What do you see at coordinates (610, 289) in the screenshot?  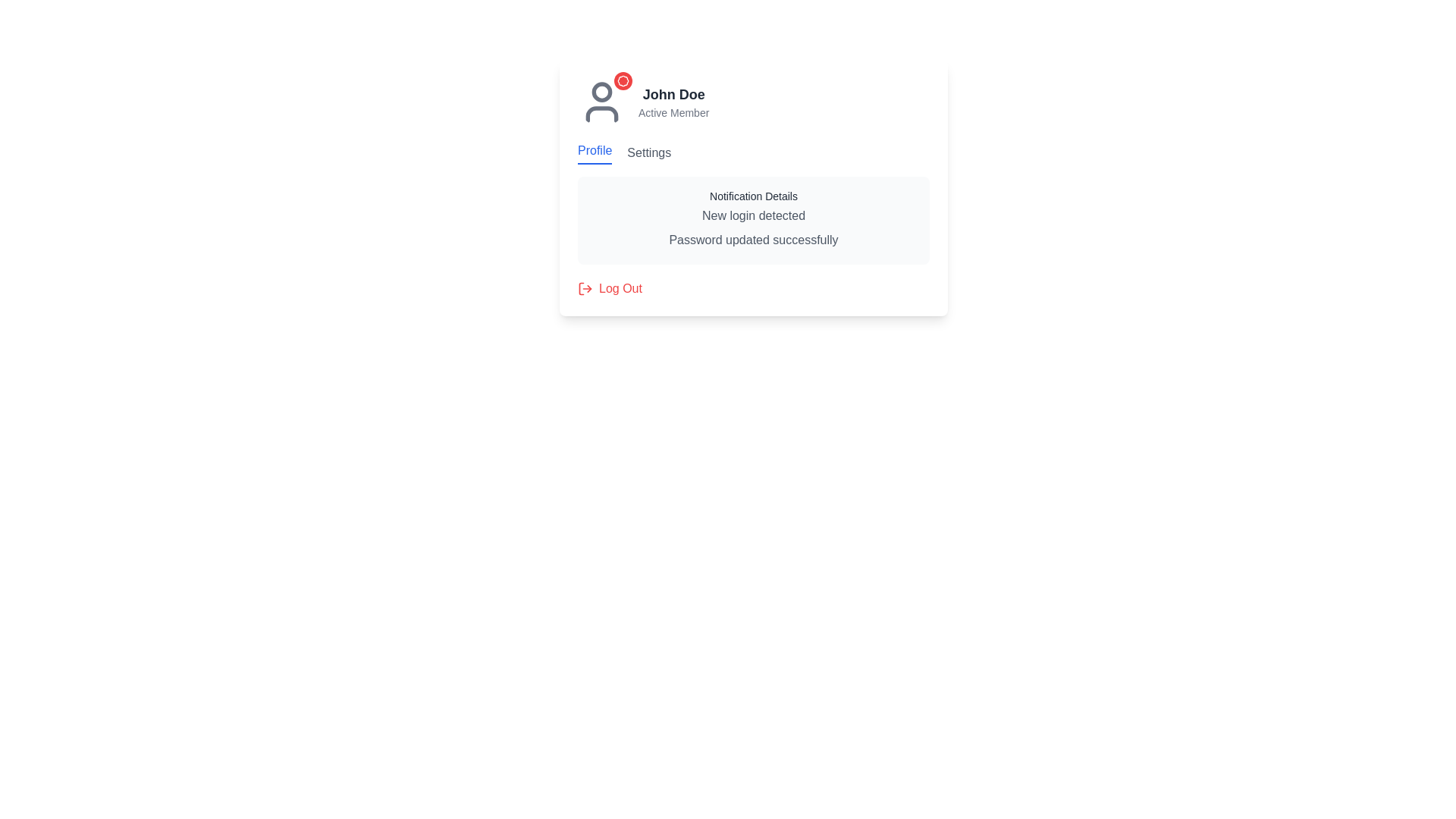 I see `the 'Log Out' button, which is styled in red with an icon of a right-pointing arrow, located near the bottom left of the user profile card` at bounding box center [610, 289].